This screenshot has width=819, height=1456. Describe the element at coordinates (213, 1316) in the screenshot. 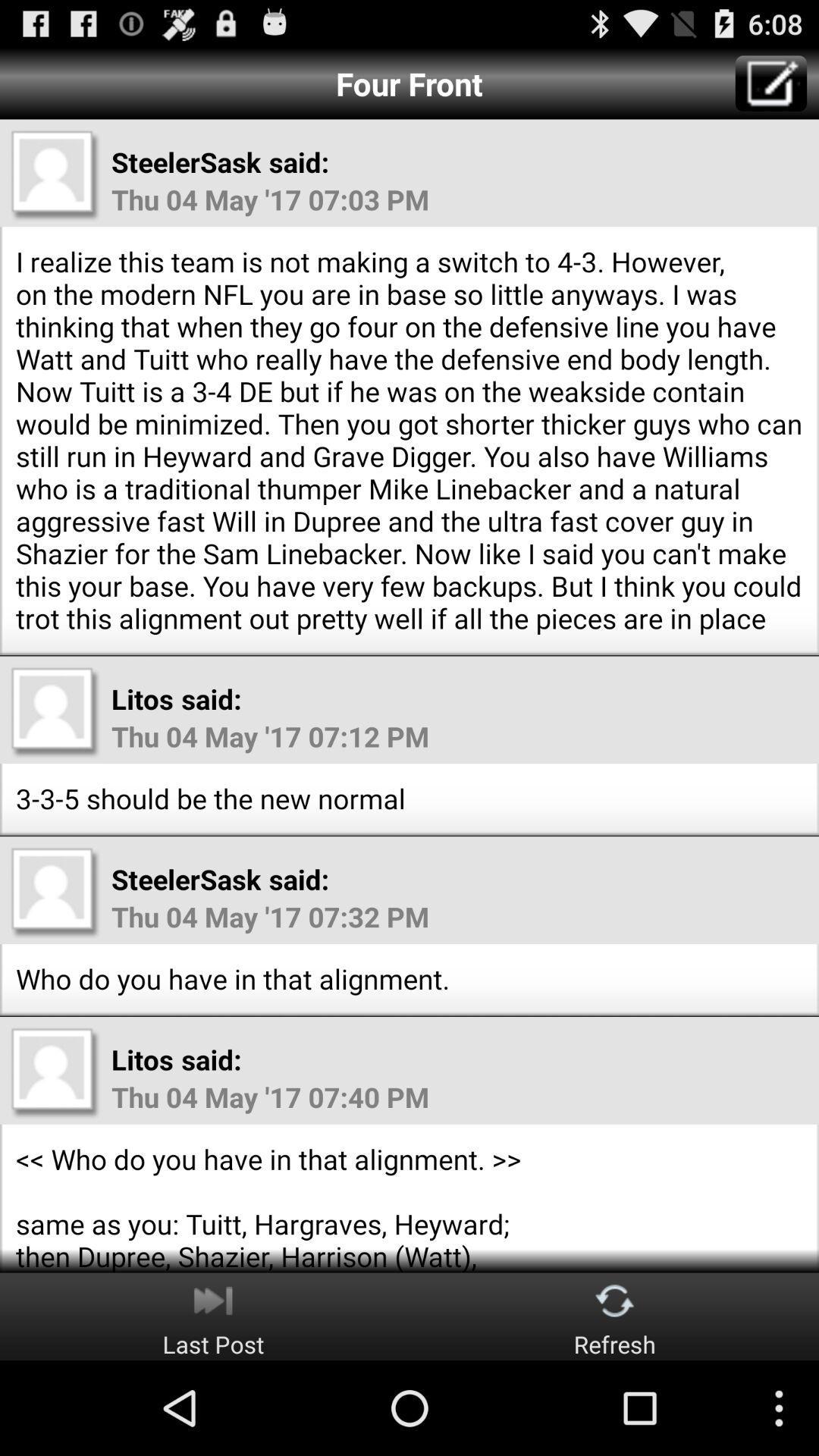

I see `icon below the who do you icon` at that location.